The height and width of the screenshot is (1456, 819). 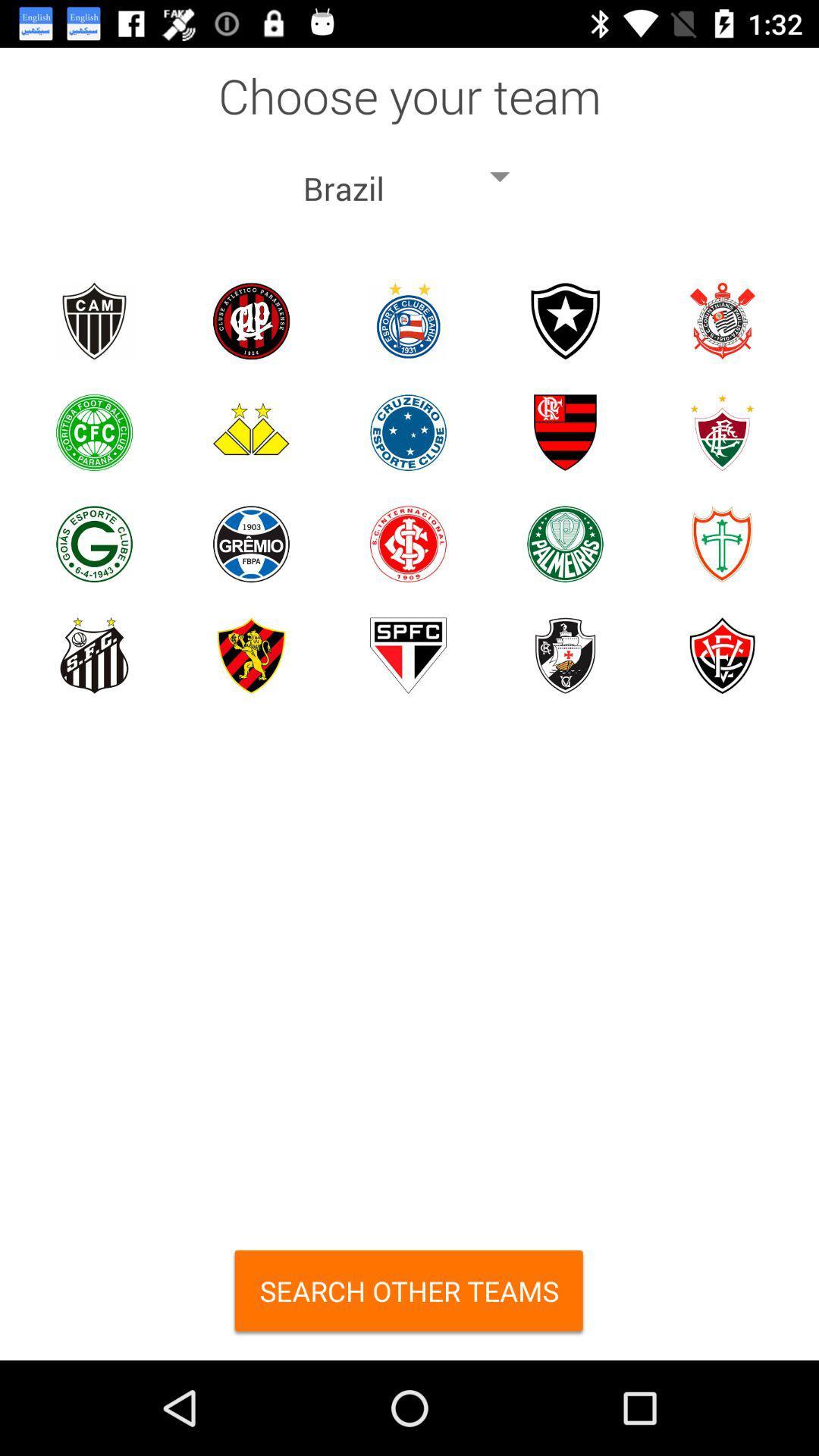 I want to click on choose logo, so click(x=565, y=320).